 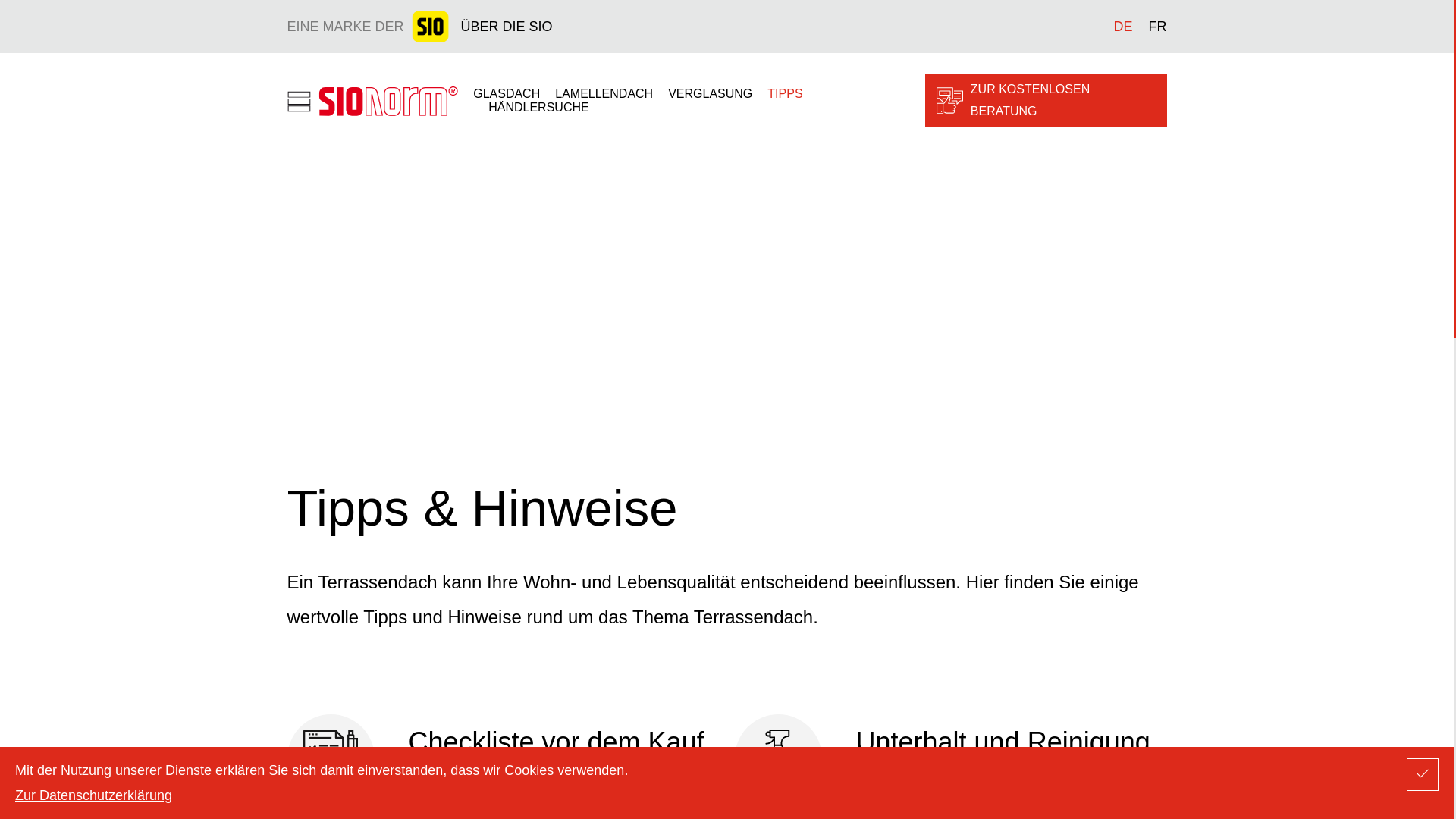 What do you see at coordinates (502, 758) in the screenshot?
I see `'Checkliste vor dem Kauf'` at bounding box center [502, 758].